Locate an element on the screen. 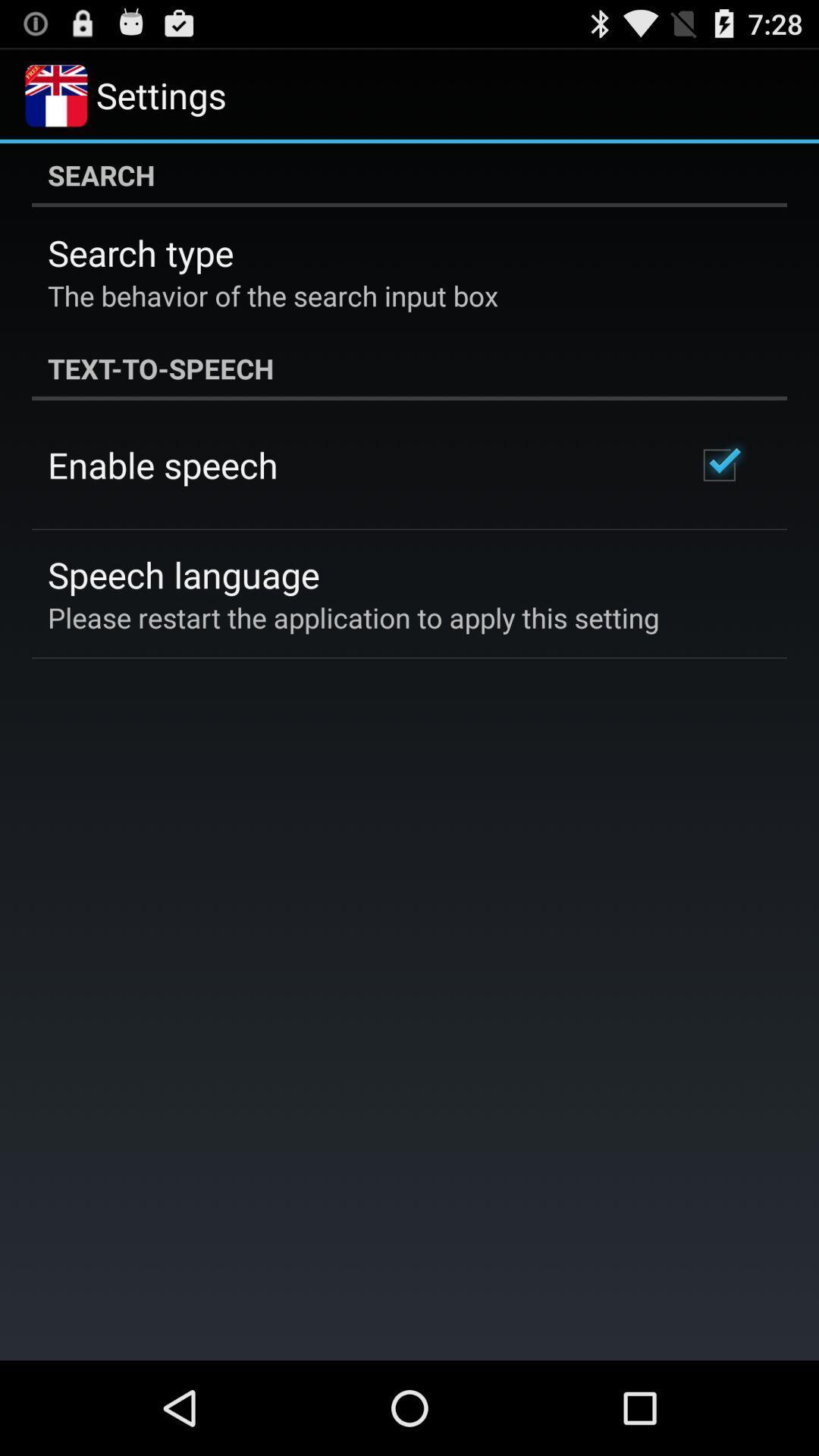 The height and width of the screenshot is (1456, 819). icon below the behavior of icon is located at coordinates (409, 368).